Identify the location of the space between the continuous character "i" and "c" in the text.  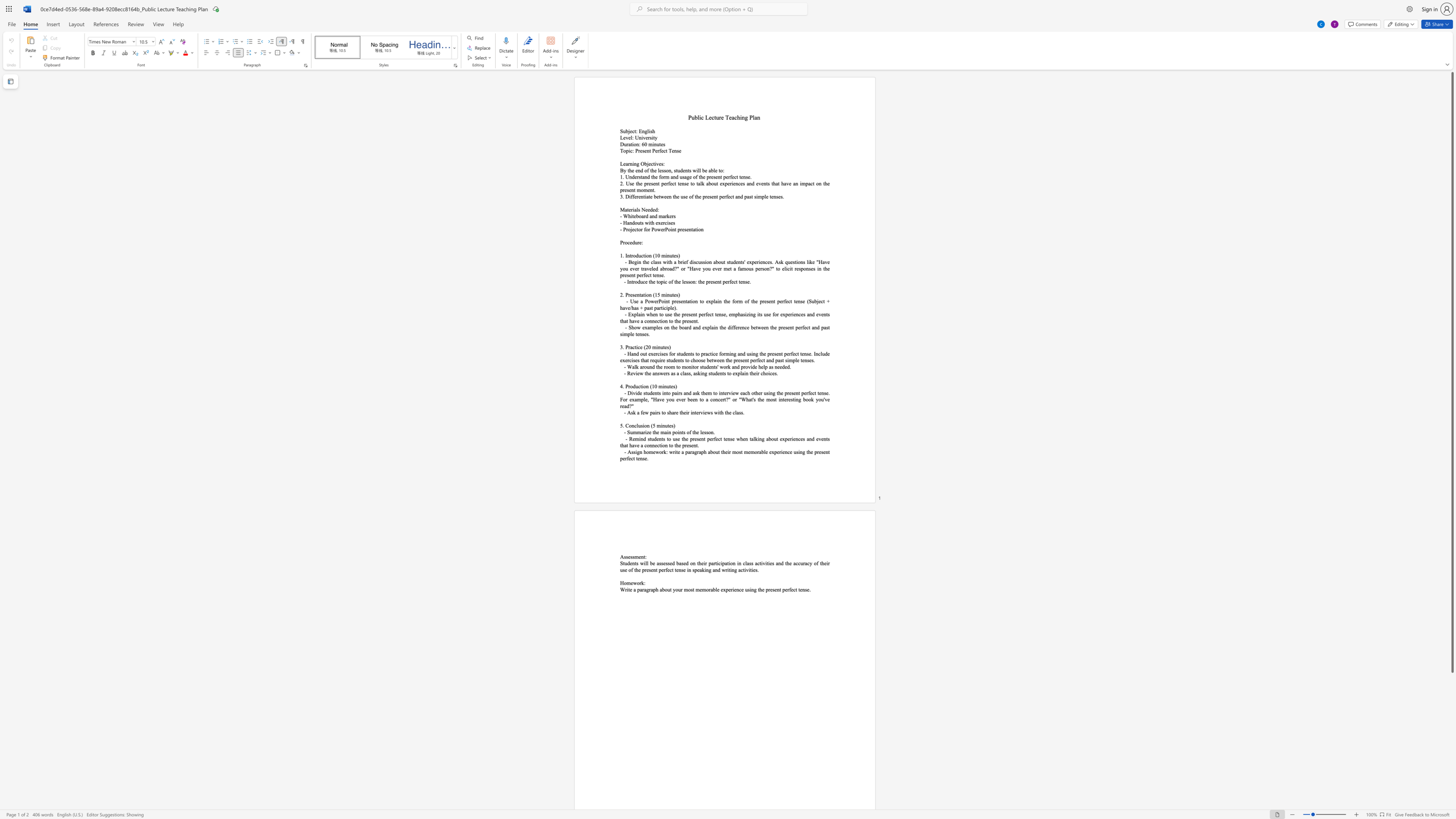
(787, 268).